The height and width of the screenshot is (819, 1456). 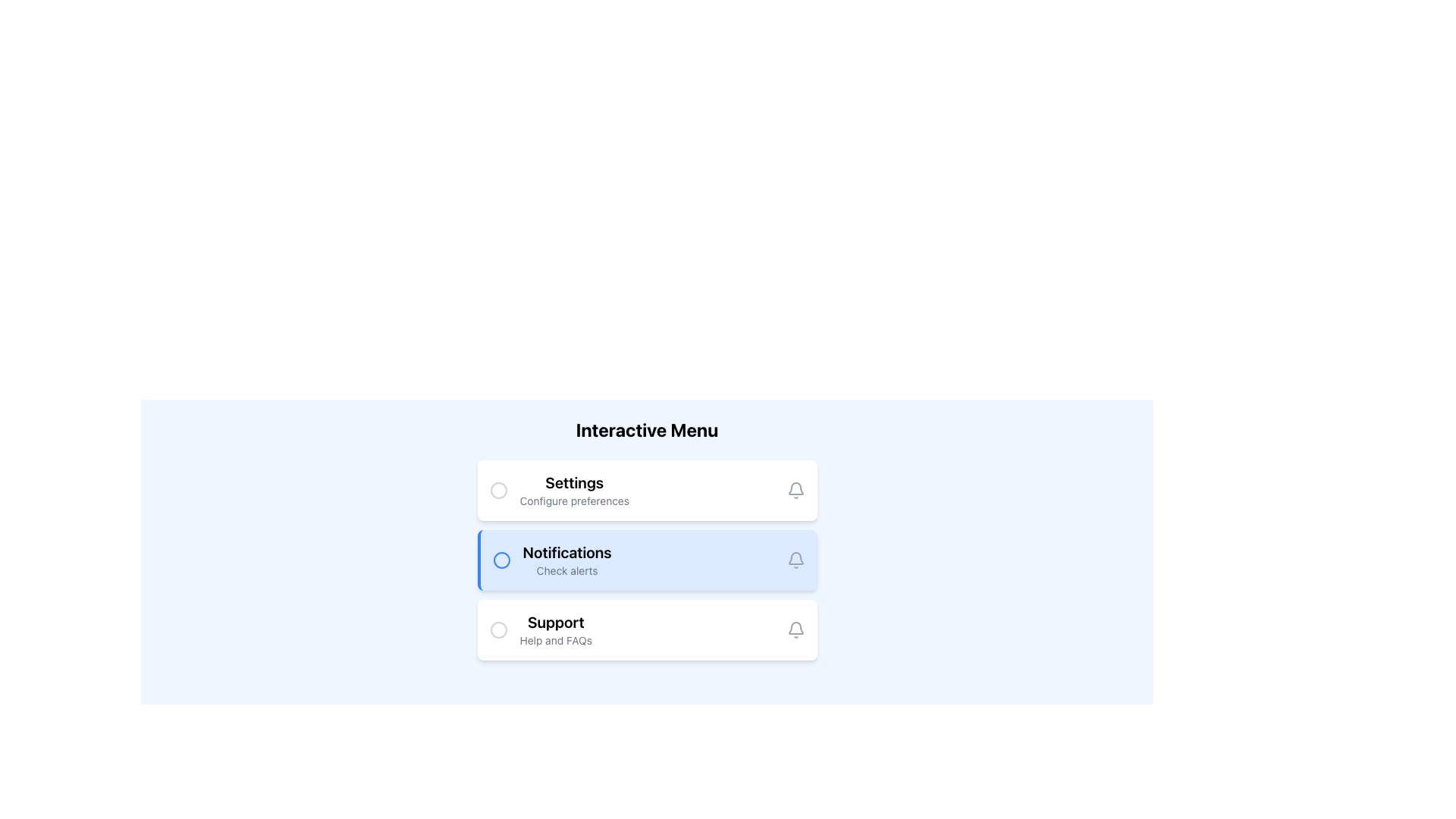 I want to click on the third entry in the vertical interactive menu list, which serves as a label for support options or FAQs, located below 'Notifications', so click(x=555, y=629).